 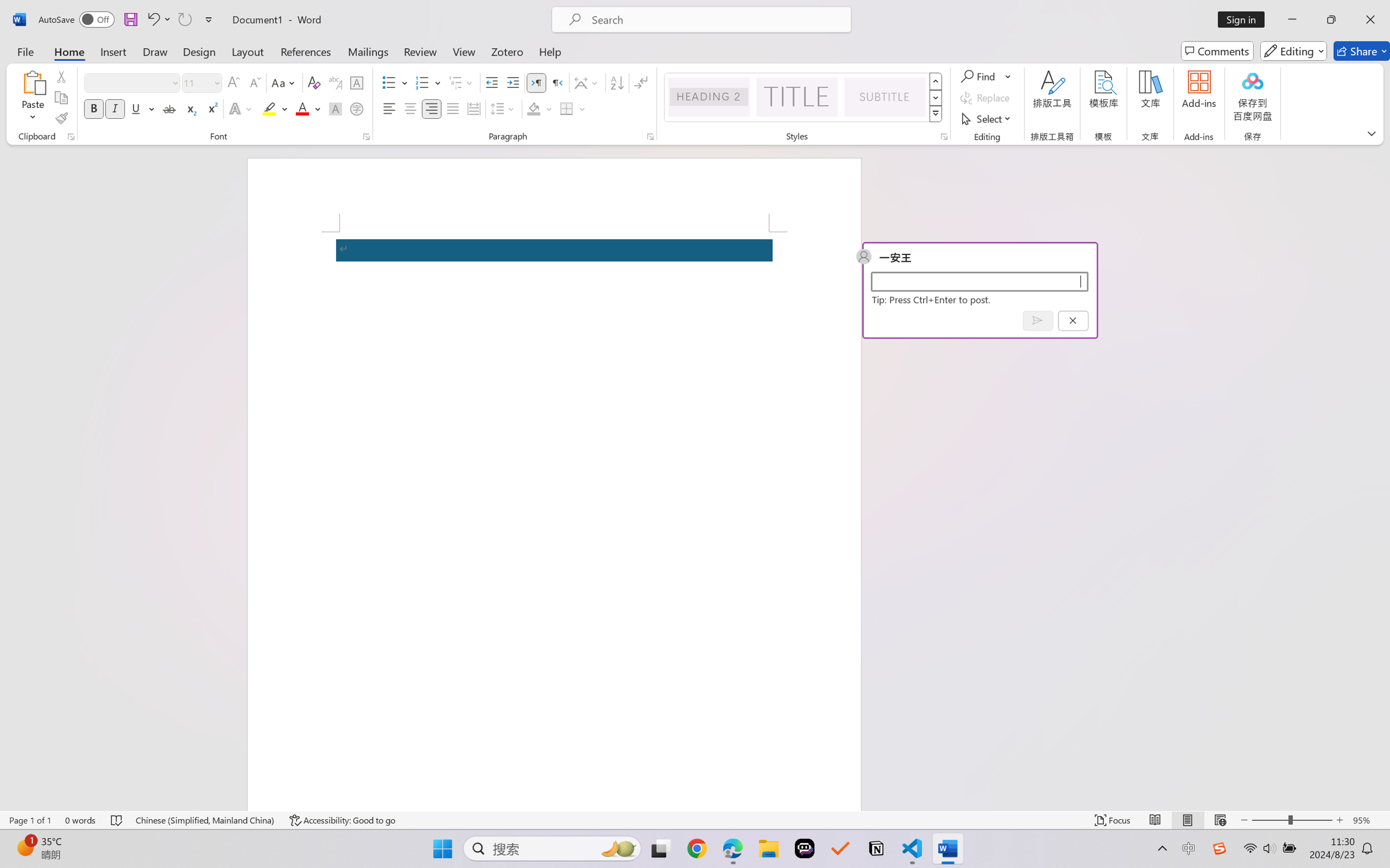 I want to click on 'Right-to-Left', so click(x=557, y=83).